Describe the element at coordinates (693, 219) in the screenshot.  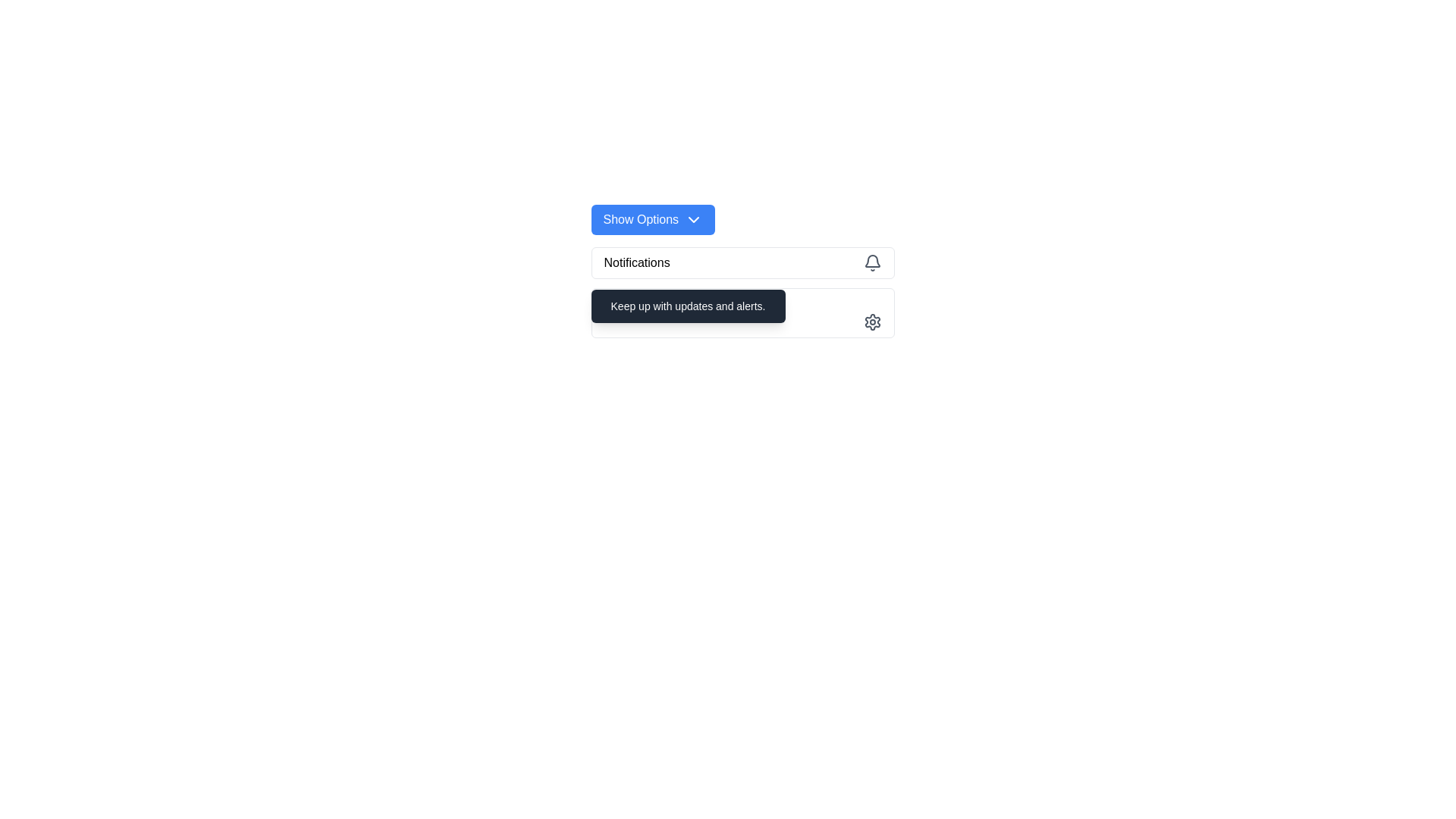
I see `the chevron icon located to the right of the 'Show Options' text on the blue button with rounded corners` at that location.